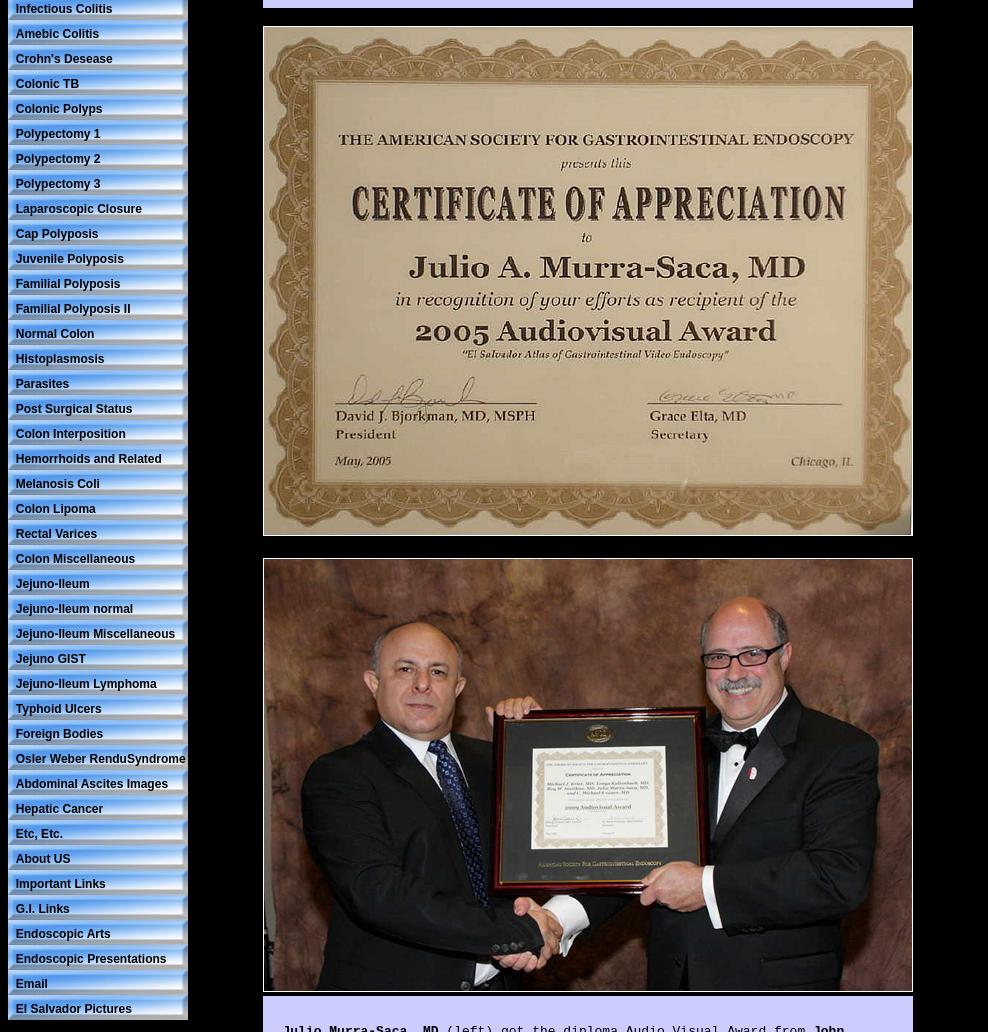 Image resolution: width=988 pixels, height=1032 pixels. What do you see at coordinates (14, 358) in the screenshot?
I see `'Histoplasmosis'` at bounding box center [14, 358].